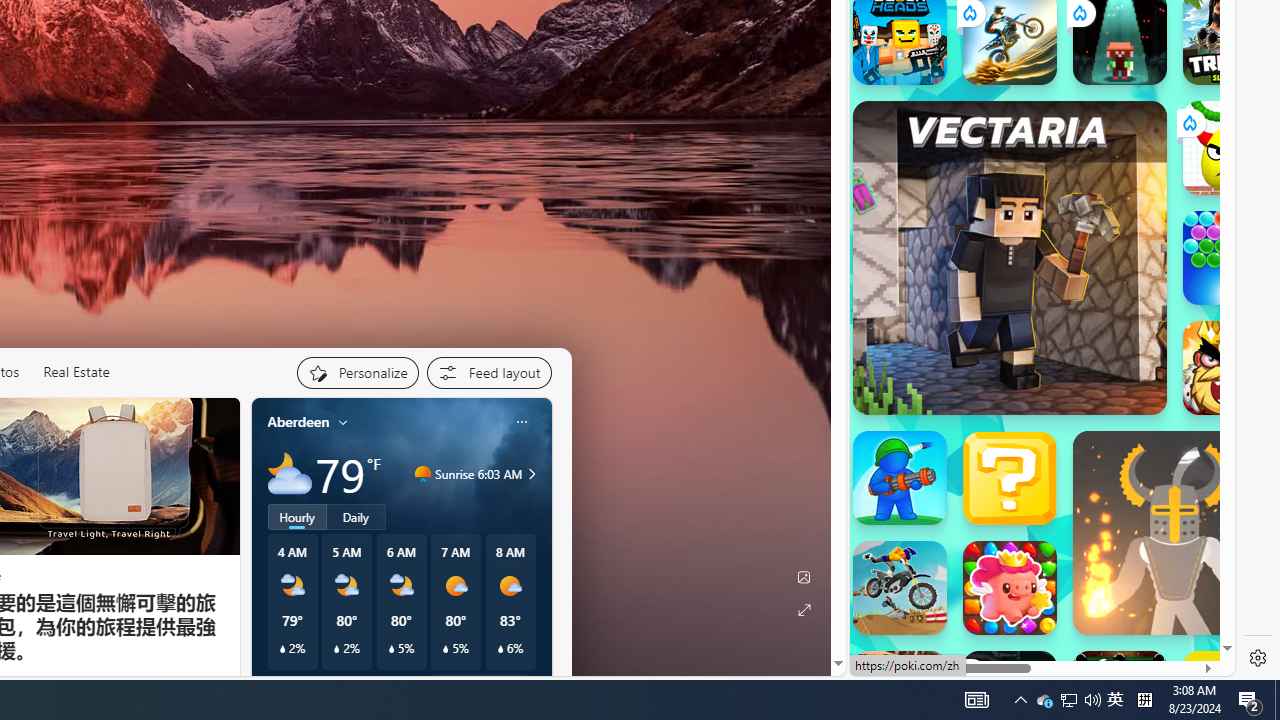 The image size is (1280, 720). What do you see at coordinates (898, 586) in the screenshot?
I see `'Crazy Bikes'` at bounding box center [898, 586].